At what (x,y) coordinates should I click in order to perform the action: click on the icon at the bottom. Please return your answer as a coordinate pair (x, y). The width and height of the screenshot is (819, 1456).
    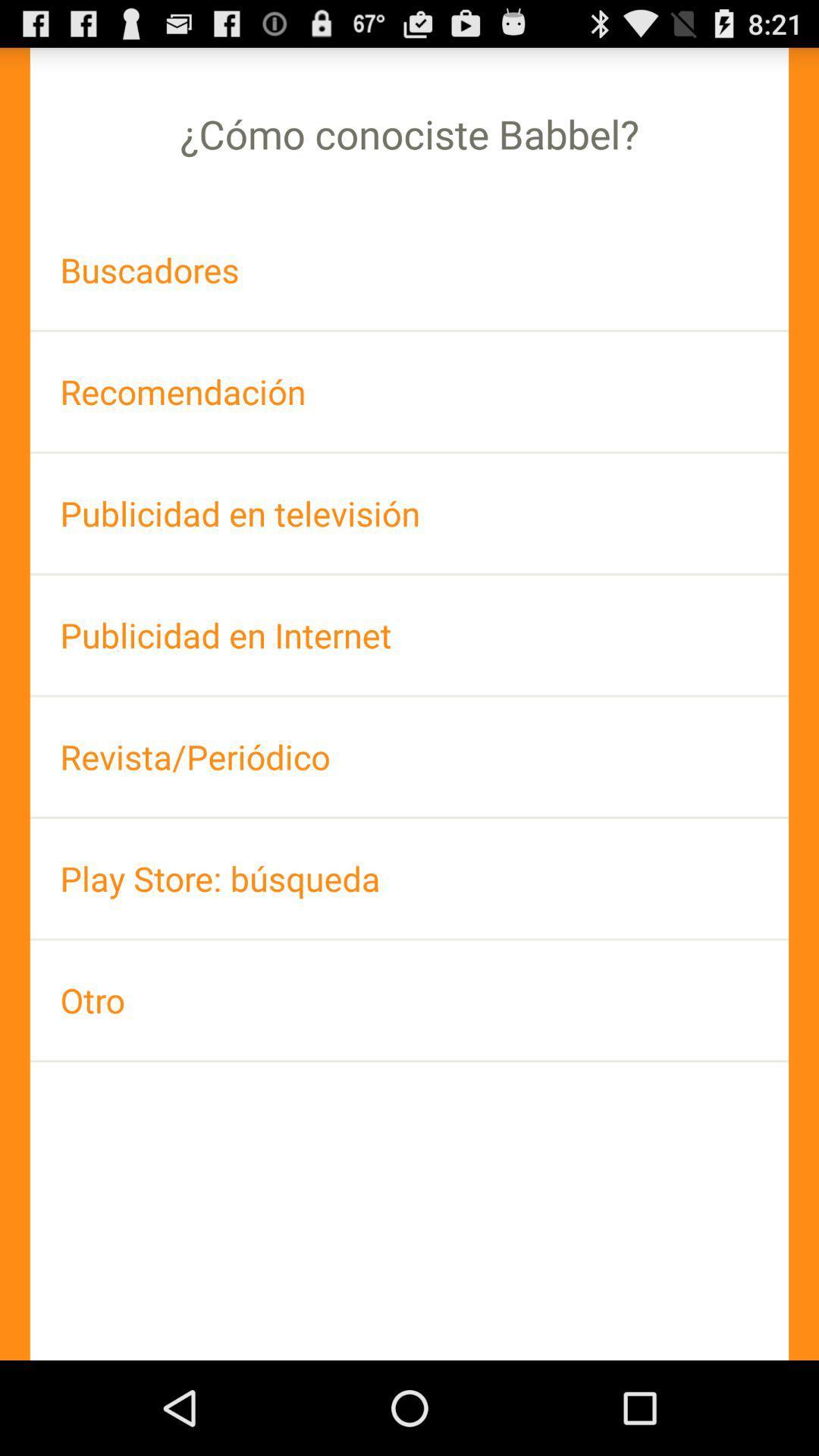
    Looking at the image, I should click on (409, 1000).